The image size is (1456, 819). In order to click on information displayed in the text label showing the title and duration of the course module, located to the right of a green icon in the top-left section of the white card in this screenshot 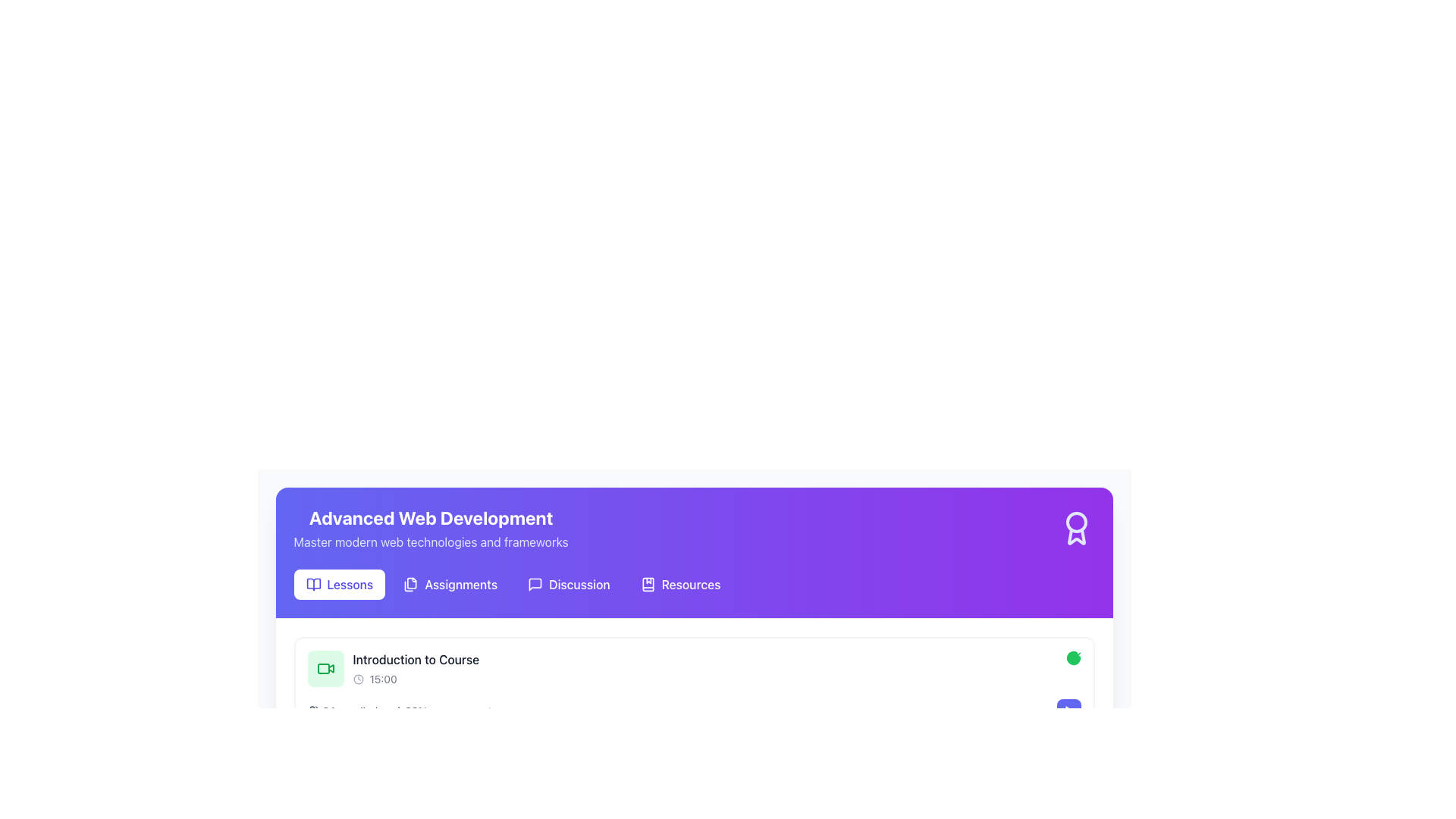, I will do `click(416, 668)`.